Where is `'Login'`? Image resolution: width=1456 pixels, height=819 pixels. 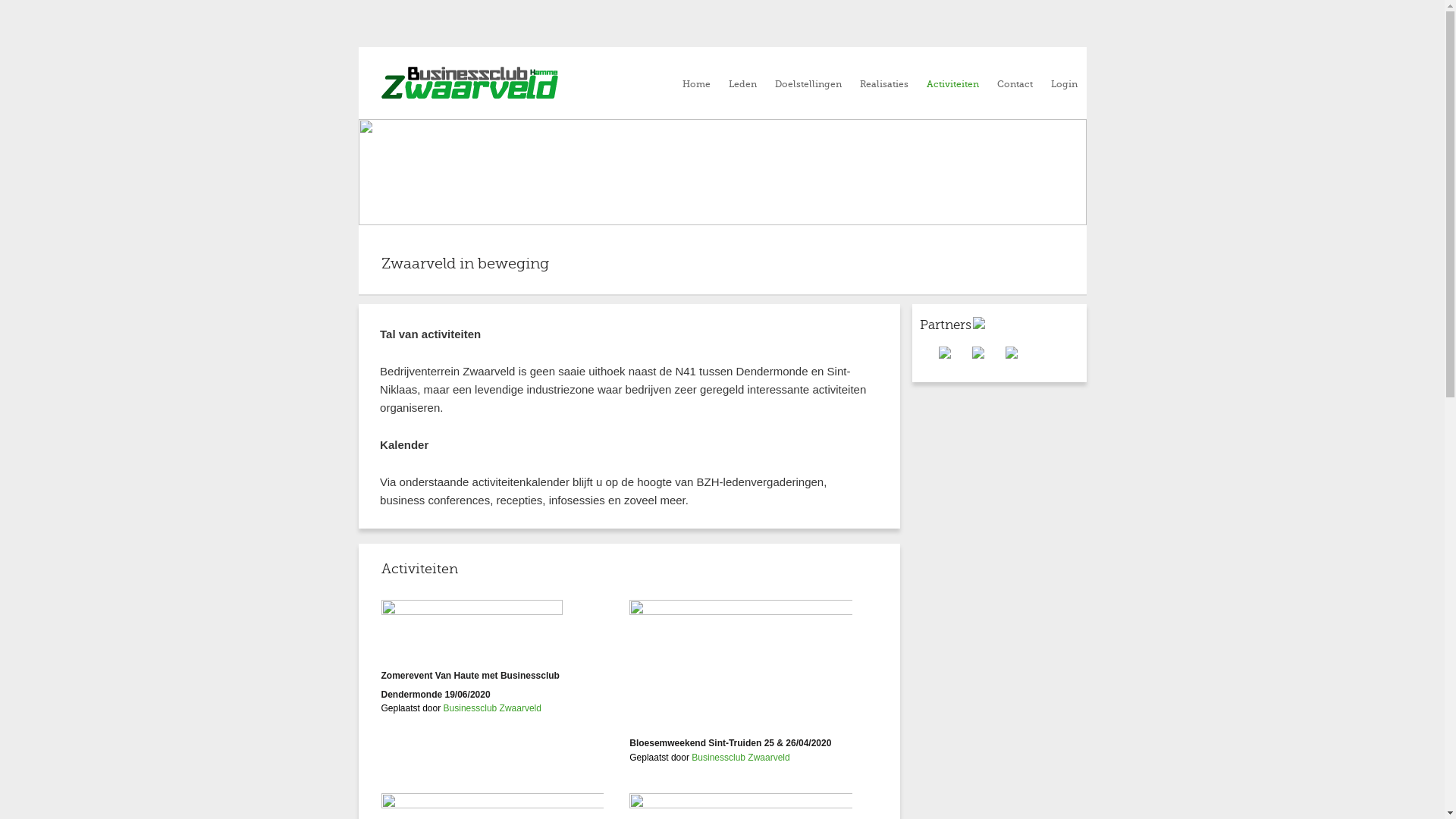
'Login' is located at coordinates (1063, 84).